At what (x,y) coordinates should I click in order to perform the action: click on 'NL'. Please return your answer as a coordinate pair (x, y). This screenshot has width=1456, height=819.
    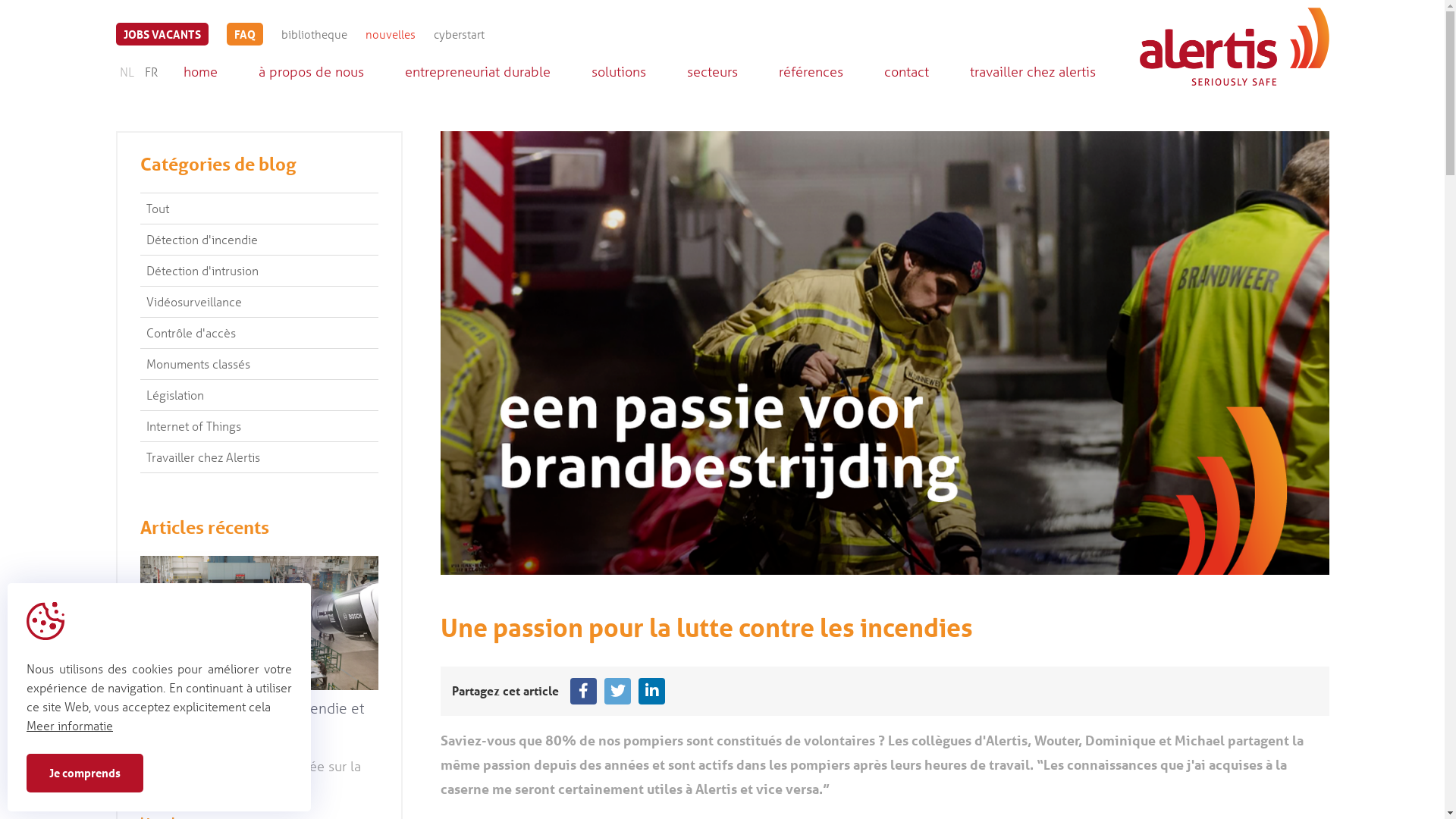
    Looking at the image, I should click on (126, 71).